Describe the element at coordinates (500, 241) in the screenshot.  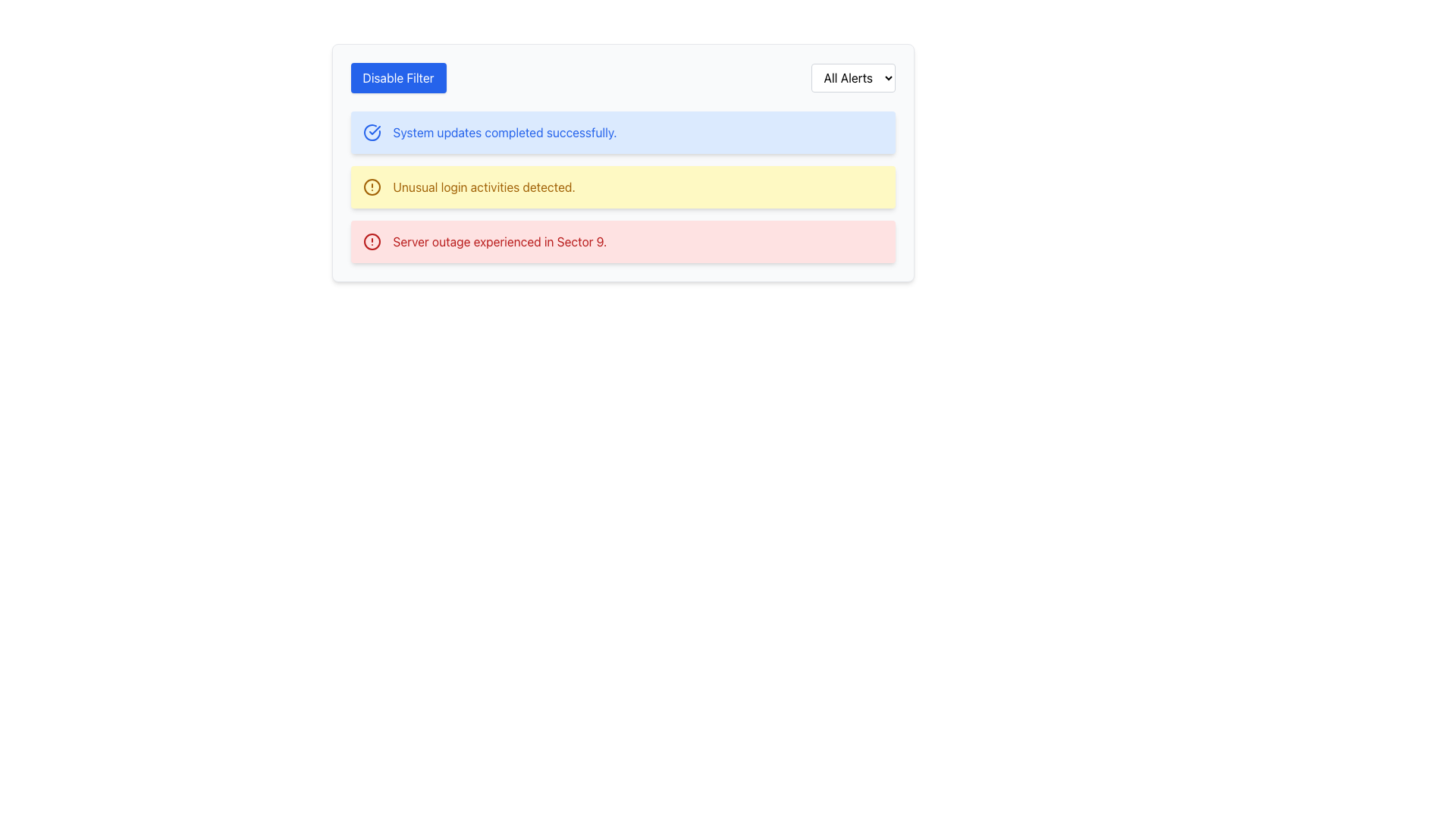
I see `alert text 'Server outage experienced in Sector 9.' located in the third alert box at the bottom of the notifications list with red font on a pink background` at that location.